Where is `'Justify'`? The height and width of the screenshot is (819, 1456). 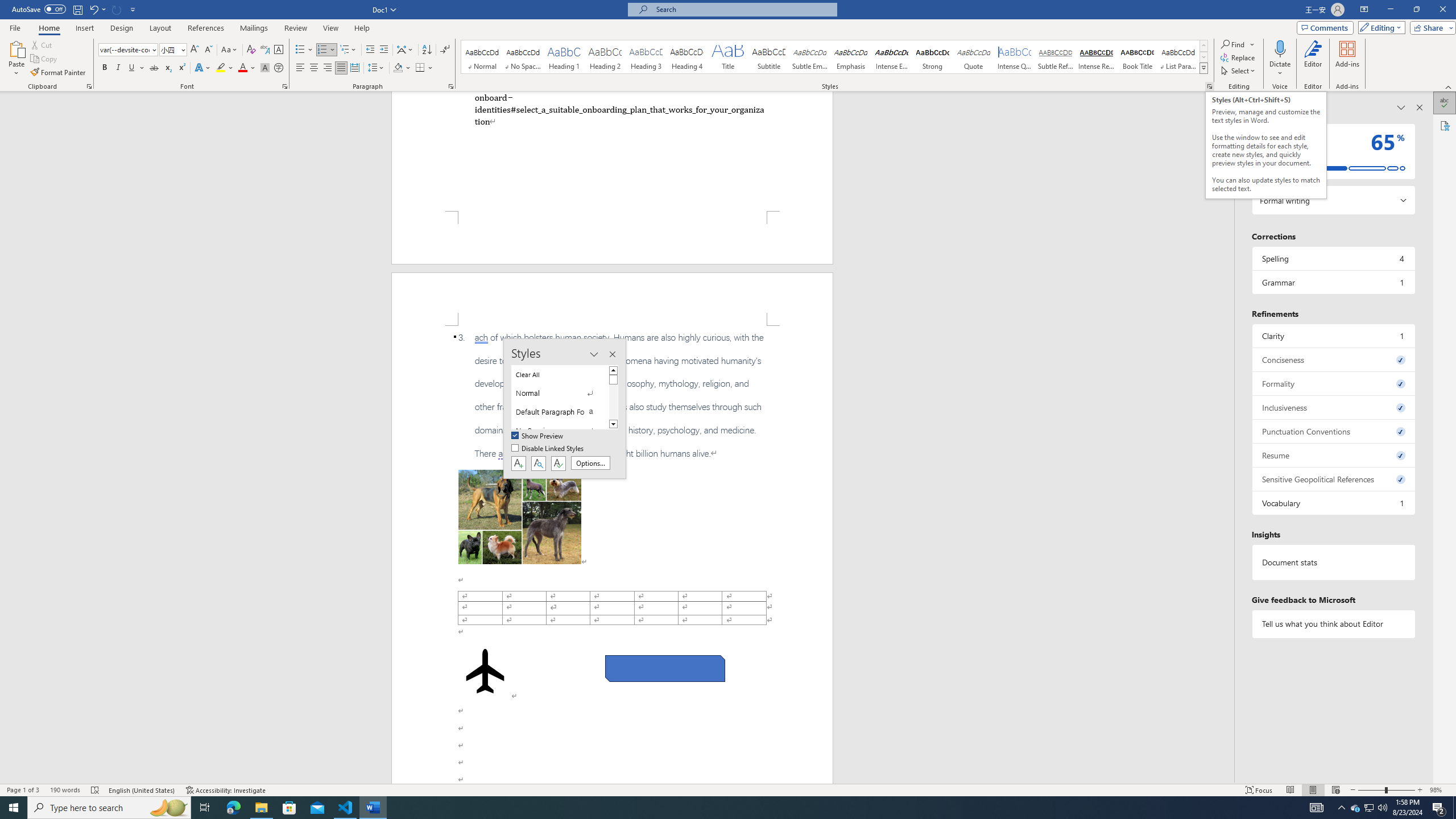 'Justify' is located at coordinates (341, 67).